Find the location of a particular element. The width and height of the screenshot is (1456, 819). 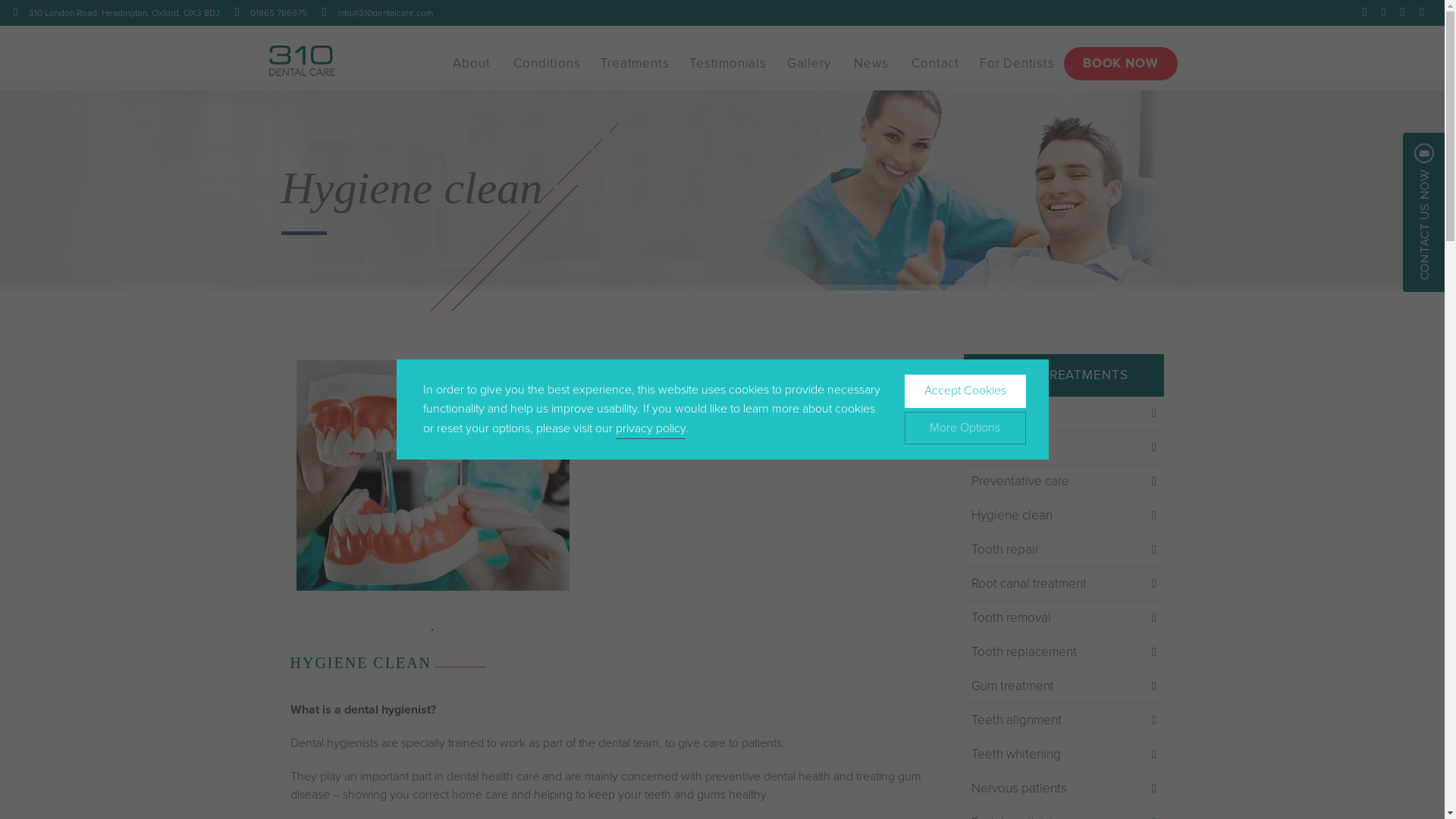

'Teeth whitening' is located at coordinates (1062, 755).